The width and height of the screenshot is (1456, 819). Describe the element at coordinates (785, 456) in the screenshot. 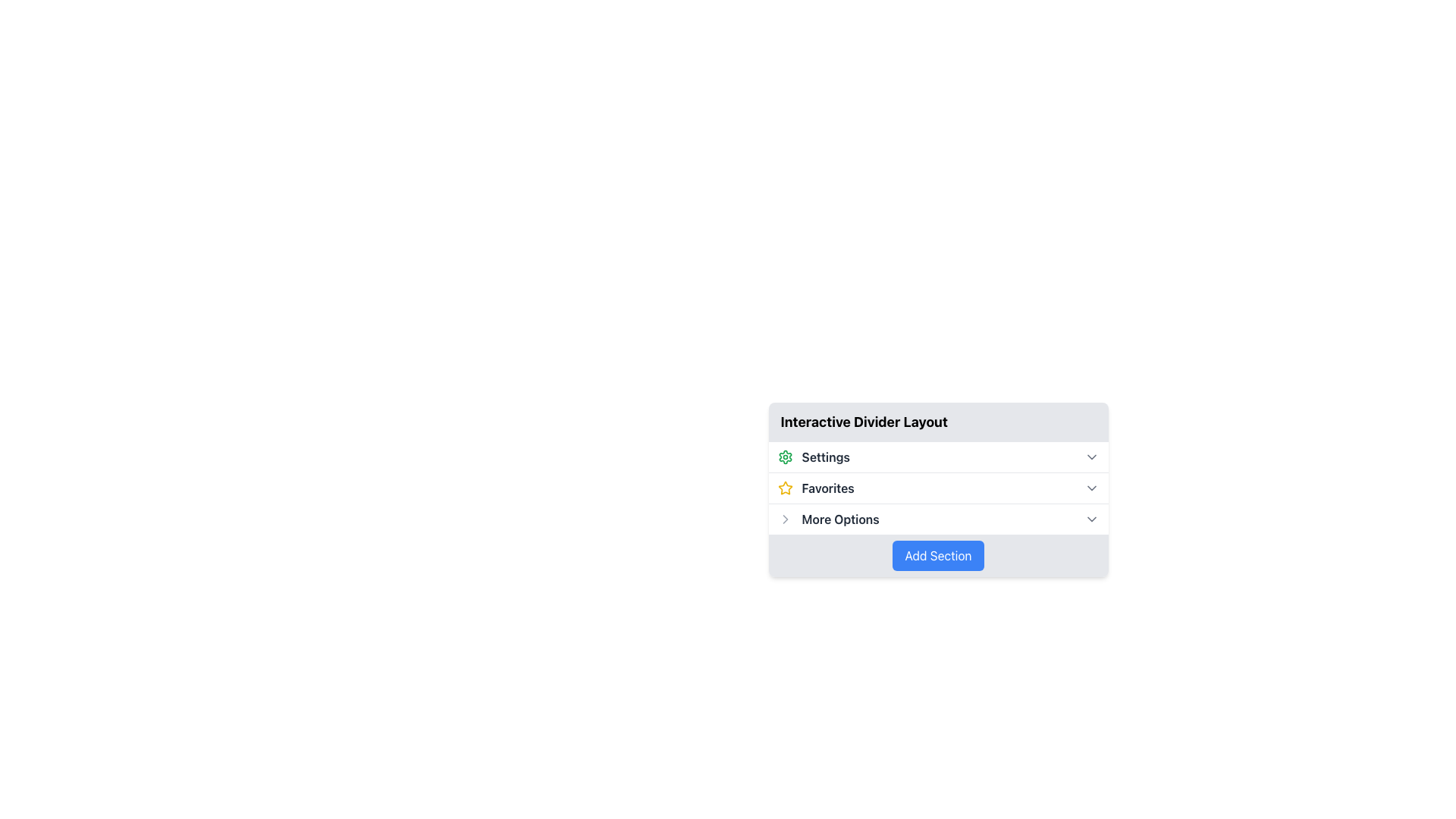

I see `the green gear icon, which is a cogwheel design located in the 'Settings' row of the 'Interactive Divider Layout' list` at that location.